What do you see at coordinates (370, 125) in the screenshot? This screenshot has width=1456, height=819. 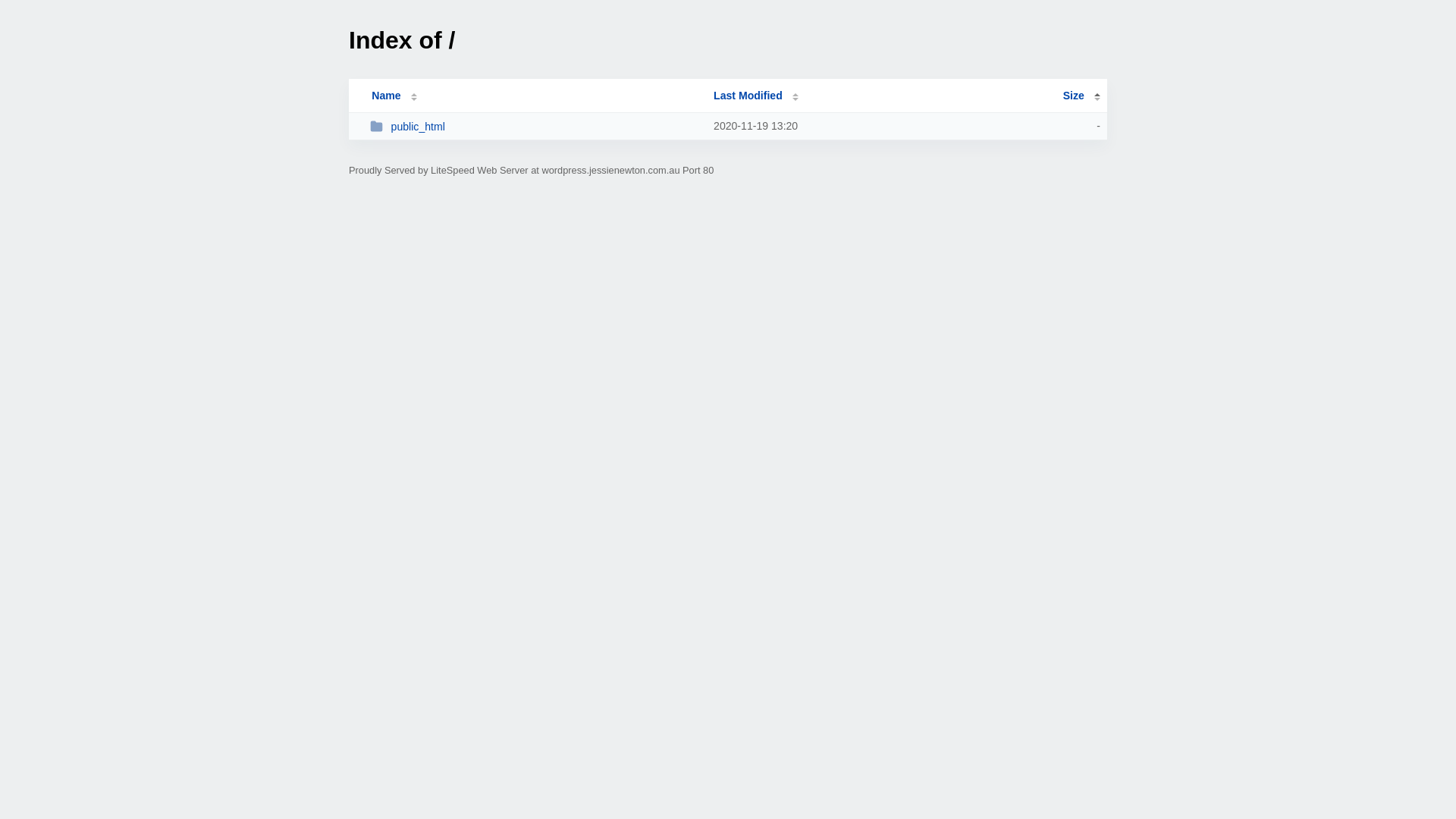 I see `'public_html'` at bounding box center [370, 125].